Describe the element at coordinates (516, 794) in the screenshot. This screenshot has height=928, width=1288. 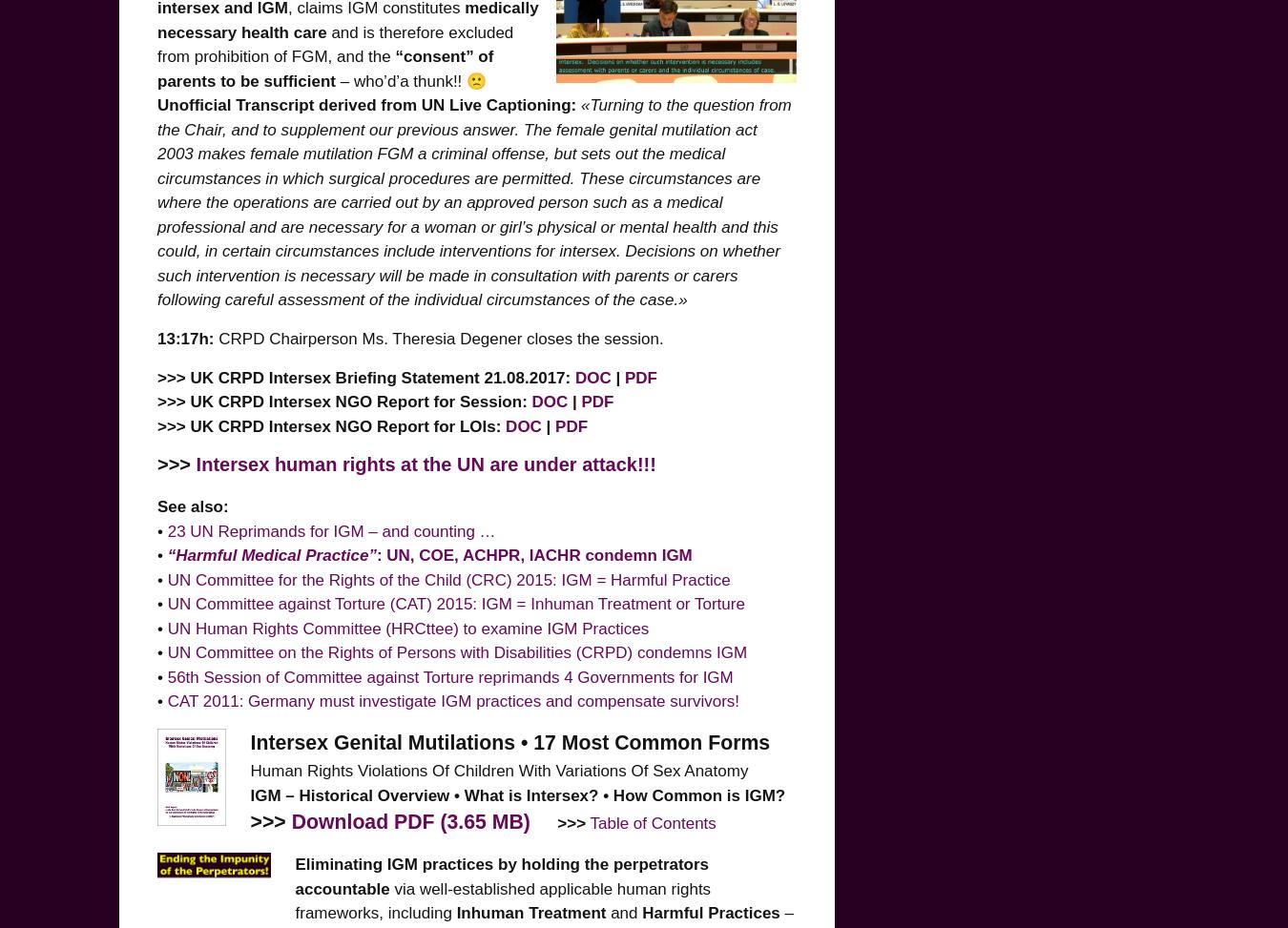
I see `'IGM – Historical Overview • What is Intersex? • How Common is IGM?'` at that location.